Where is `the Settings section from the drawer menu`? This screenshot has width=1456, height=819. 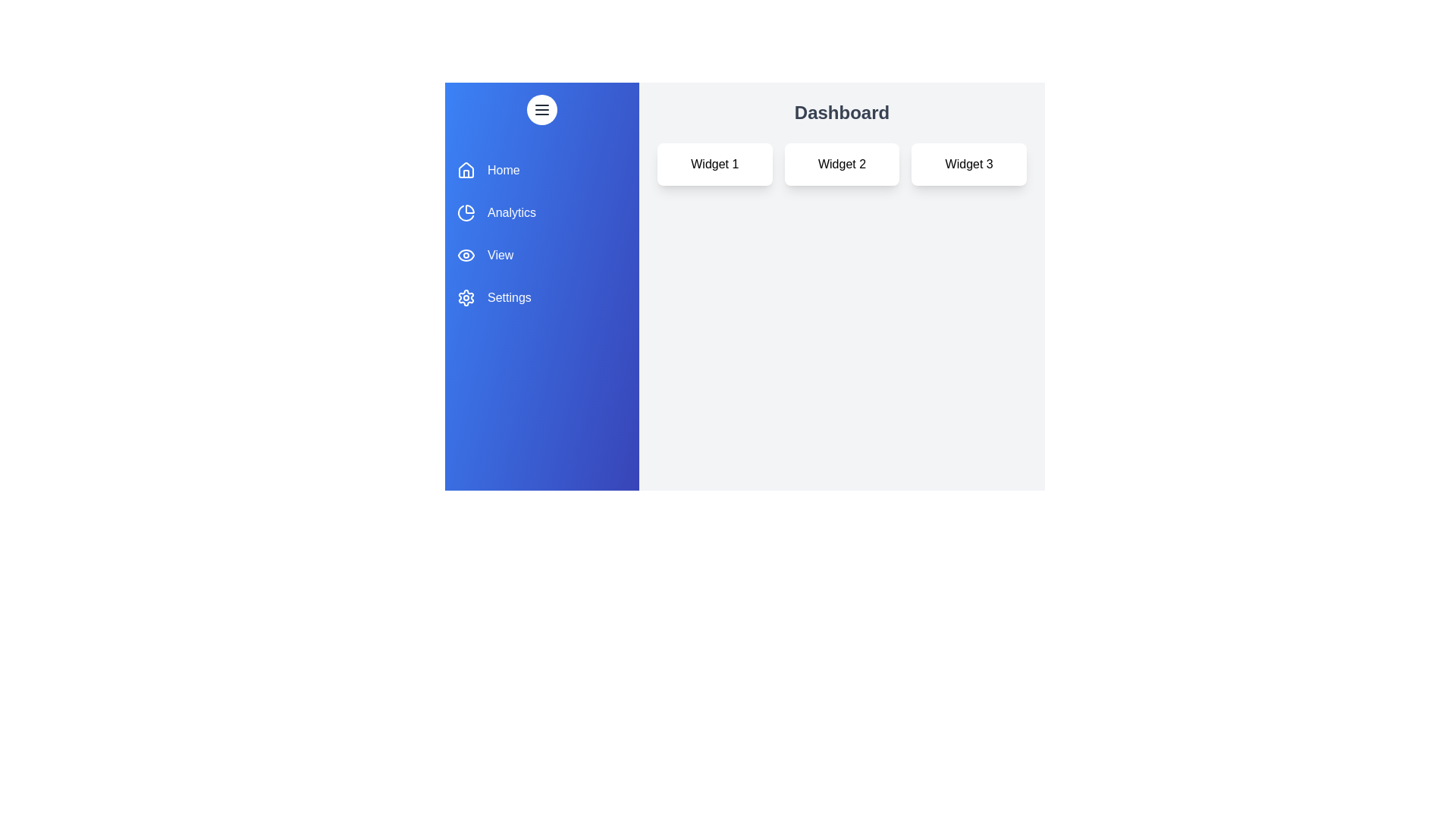
the Settings section from the drawer menu is located at coordinates (542, 298).